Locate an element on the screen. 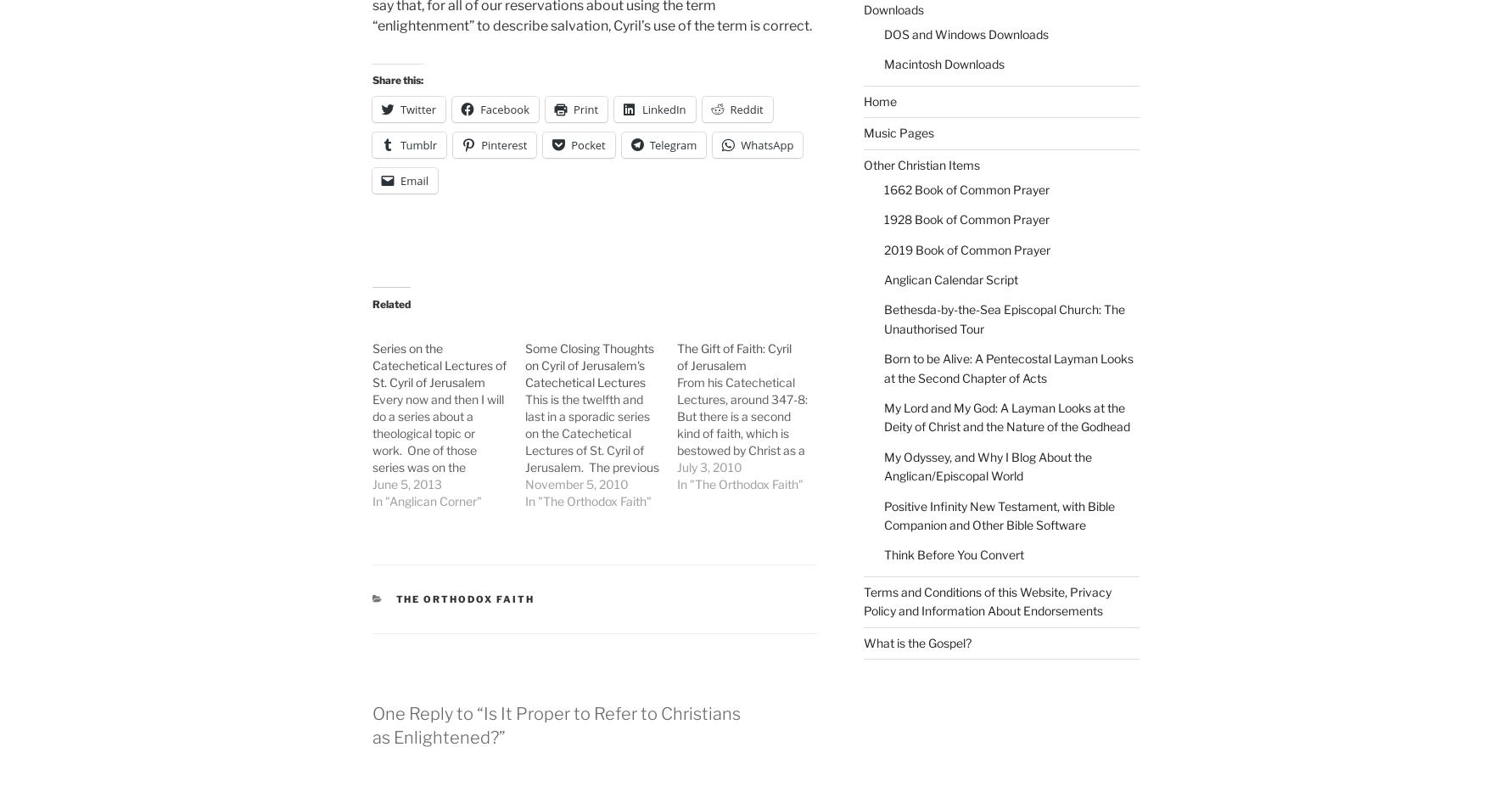  'One Reply to “Is It Proper to Refer to Christians as Enlightened?”' is located at coordinates (555, 725).